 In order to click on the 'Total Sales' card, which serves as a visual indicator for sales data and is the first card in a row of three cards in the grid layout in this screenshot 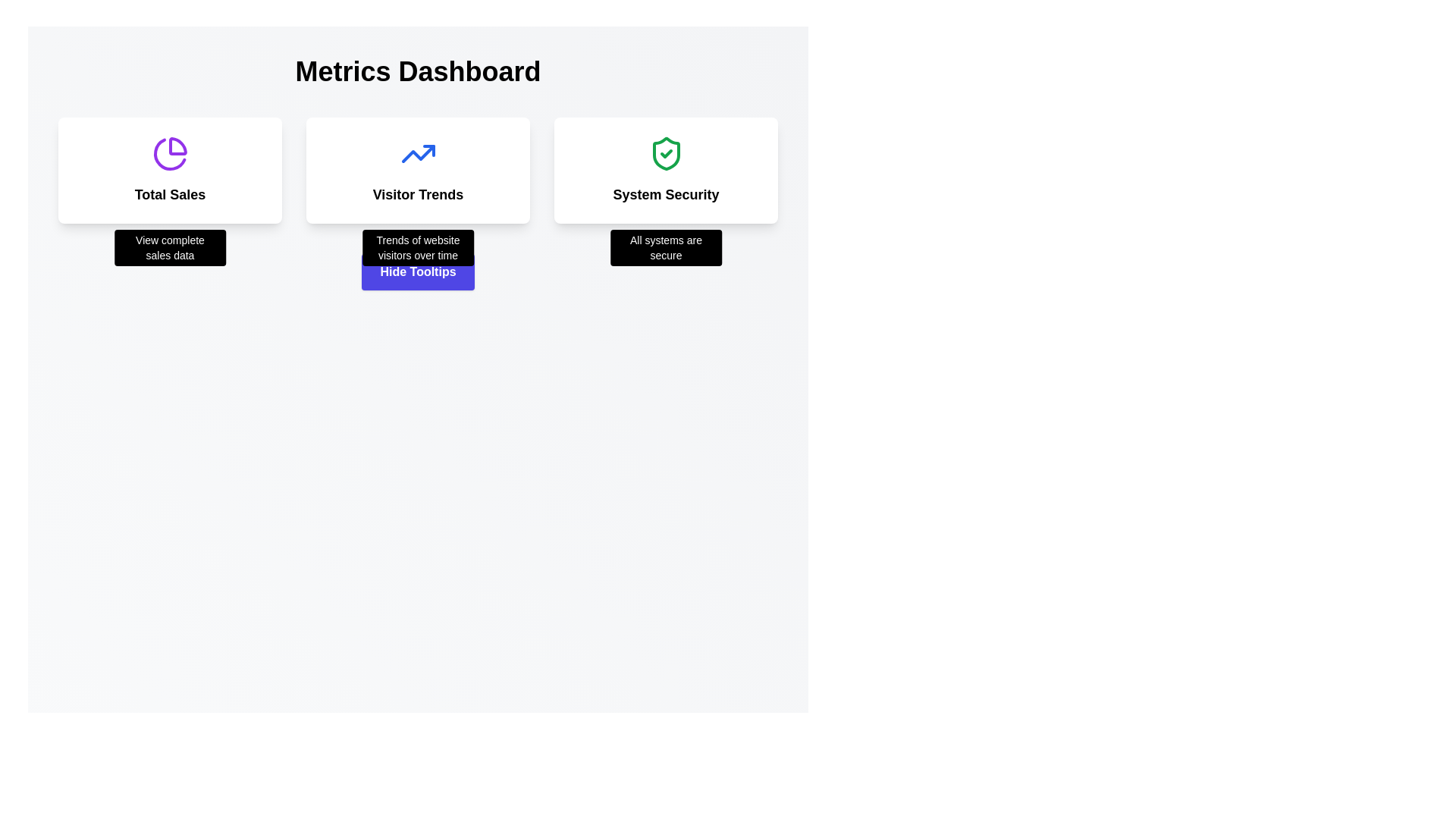, I will do `click(170, 170)`.